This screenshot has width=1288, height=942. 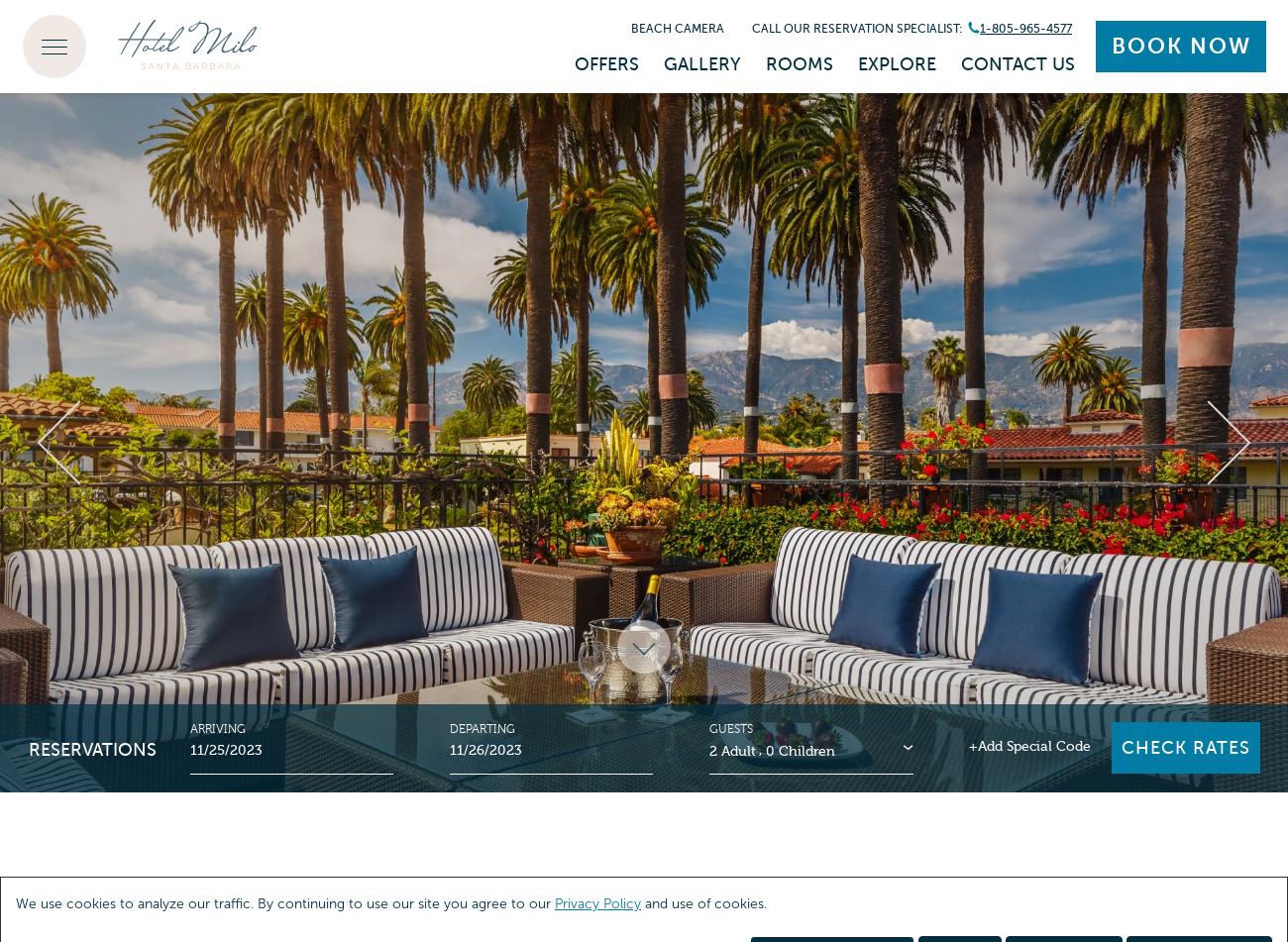 What do you see at coordinates (677, 27) in the screenshot?
I see `'Beach Camera'` at bounding box center [677, 27].